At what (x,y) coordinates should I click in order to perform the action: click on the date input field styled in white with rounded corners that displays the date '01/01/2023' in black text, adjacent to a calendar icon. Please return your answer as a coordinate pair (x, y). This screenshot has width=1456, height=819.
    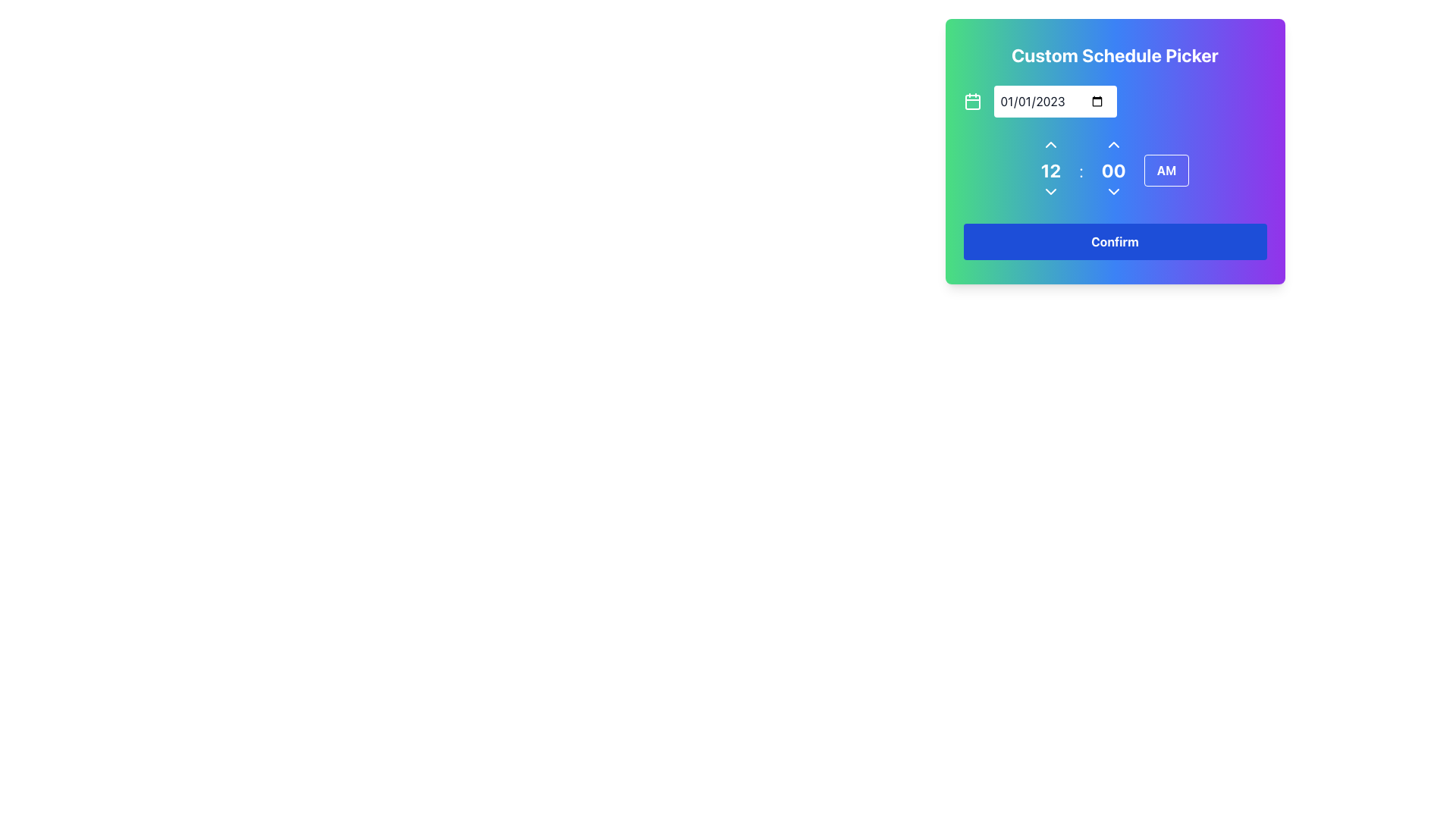
    Looking at the image, I should click on (1054, 102).